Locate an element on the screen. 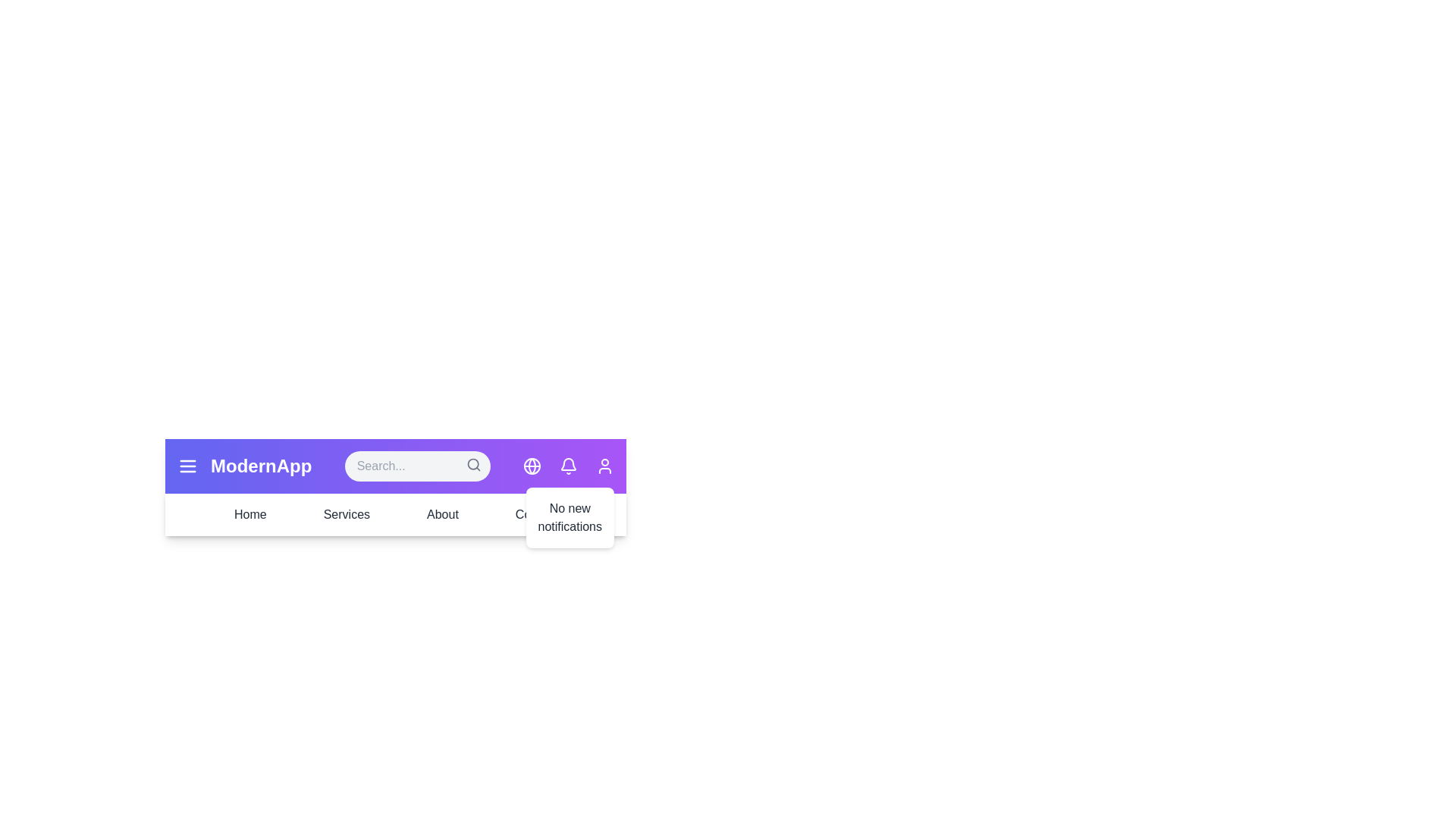 The width and height of the screenshot is (1456, 819). the bell icon to view notifications is located at coordinates (567, 465).